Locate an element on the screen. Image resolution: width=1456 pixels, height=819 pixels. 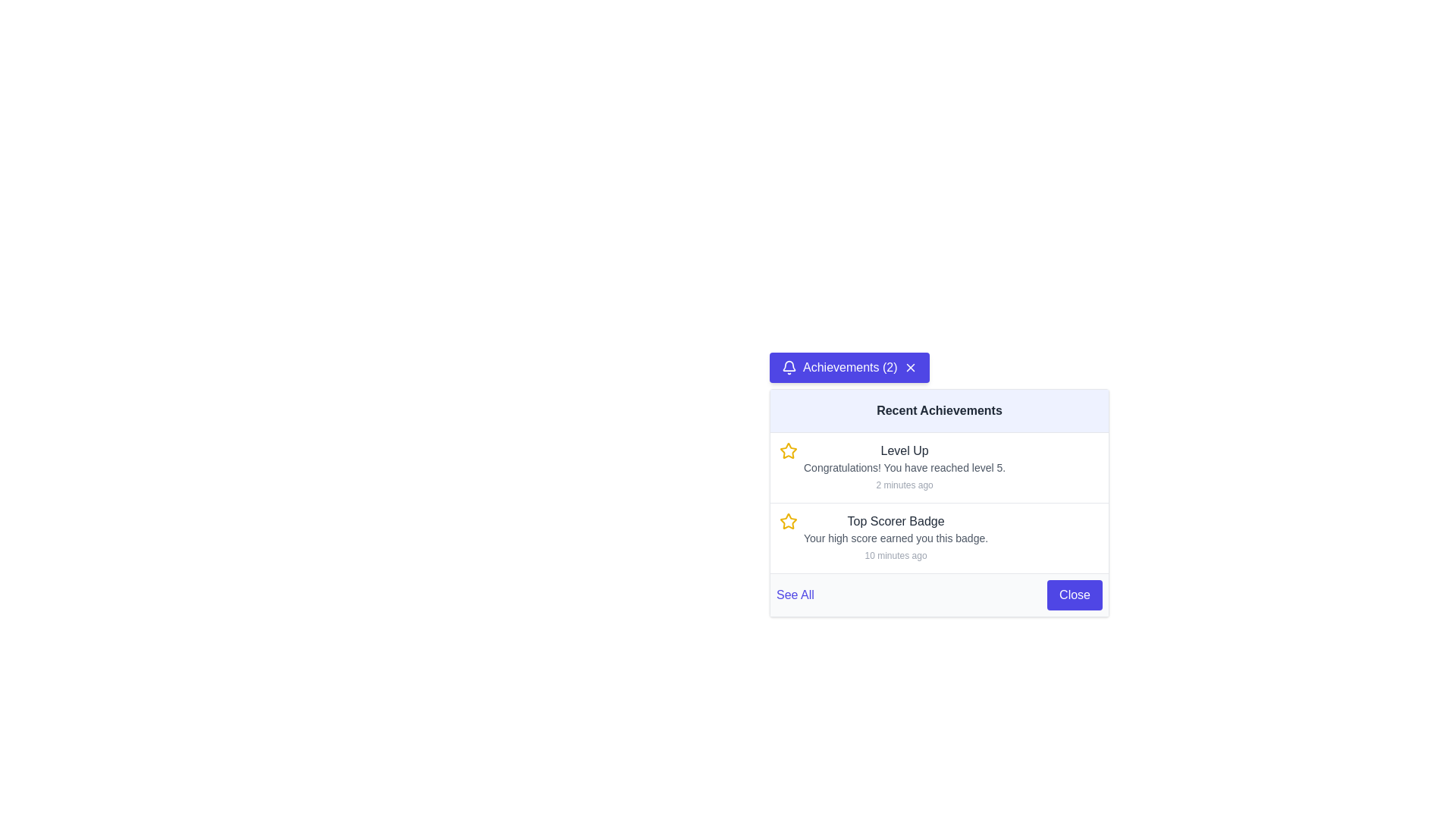
the 'Top Scorer' badge informational card located in the 'Recent Achievements' section of the 'Achievements' panel, which is the second item in the list is located at coordinates (896, 537).